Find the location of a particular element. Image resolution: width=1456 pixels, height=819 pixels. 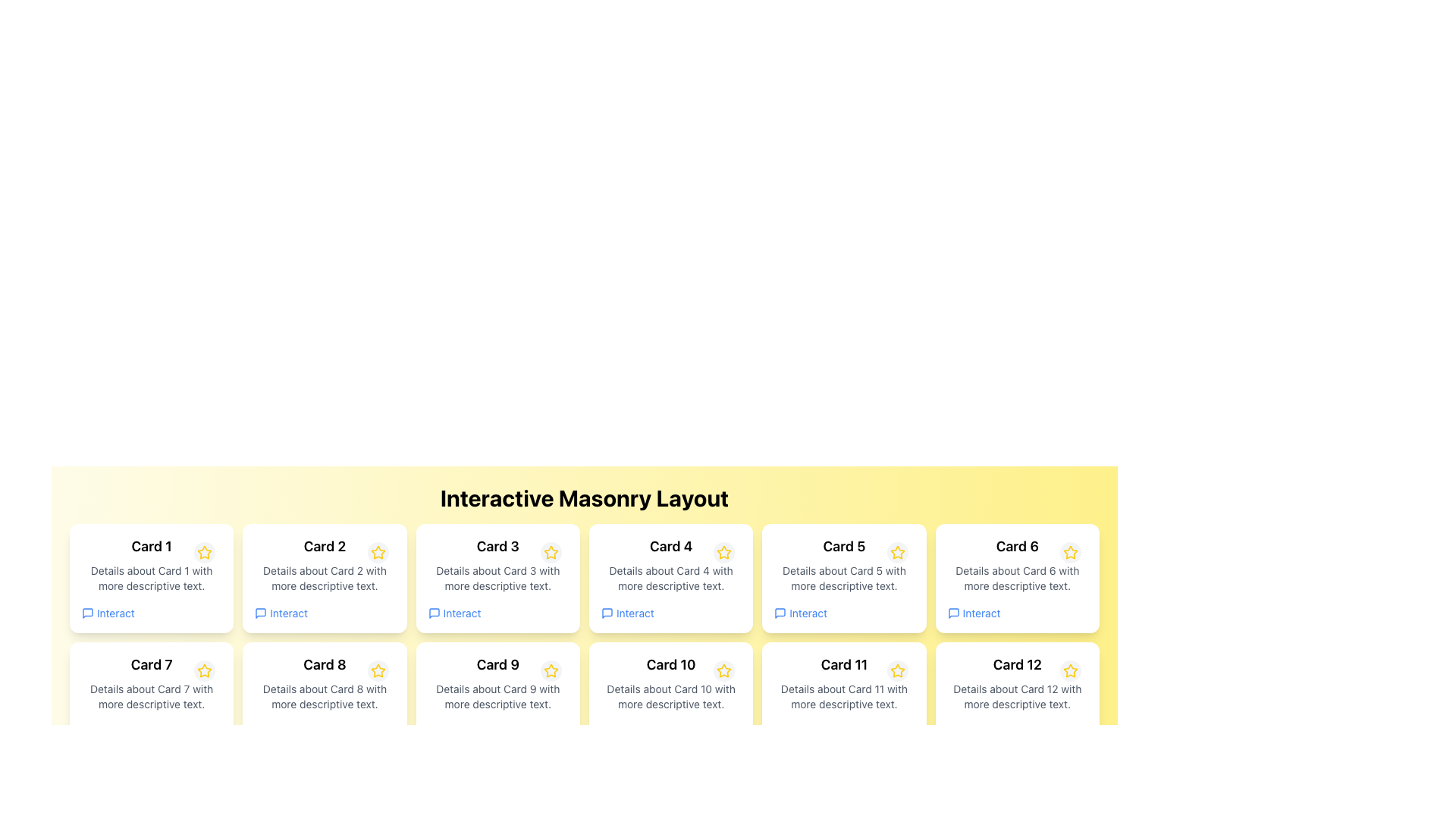

the text label that serves as the heading for 'Card 4', which is positioned at the top of the card and near the interactive link titled 'Interact' is located at coordinates (670, 547).